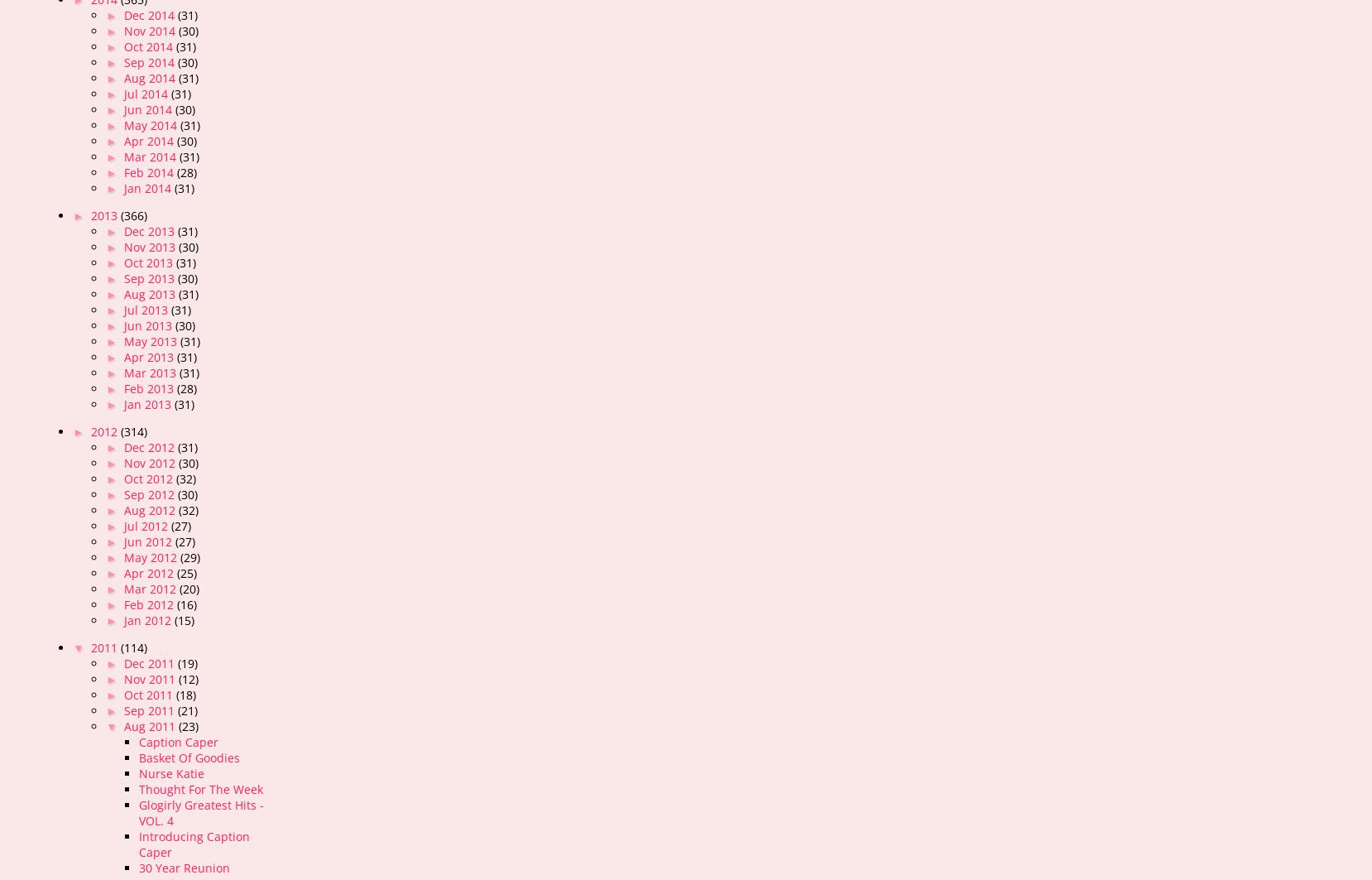  Describe the element at coordinates (151, 247) in the screenshot. I see `'Nov 2013'` at that location.